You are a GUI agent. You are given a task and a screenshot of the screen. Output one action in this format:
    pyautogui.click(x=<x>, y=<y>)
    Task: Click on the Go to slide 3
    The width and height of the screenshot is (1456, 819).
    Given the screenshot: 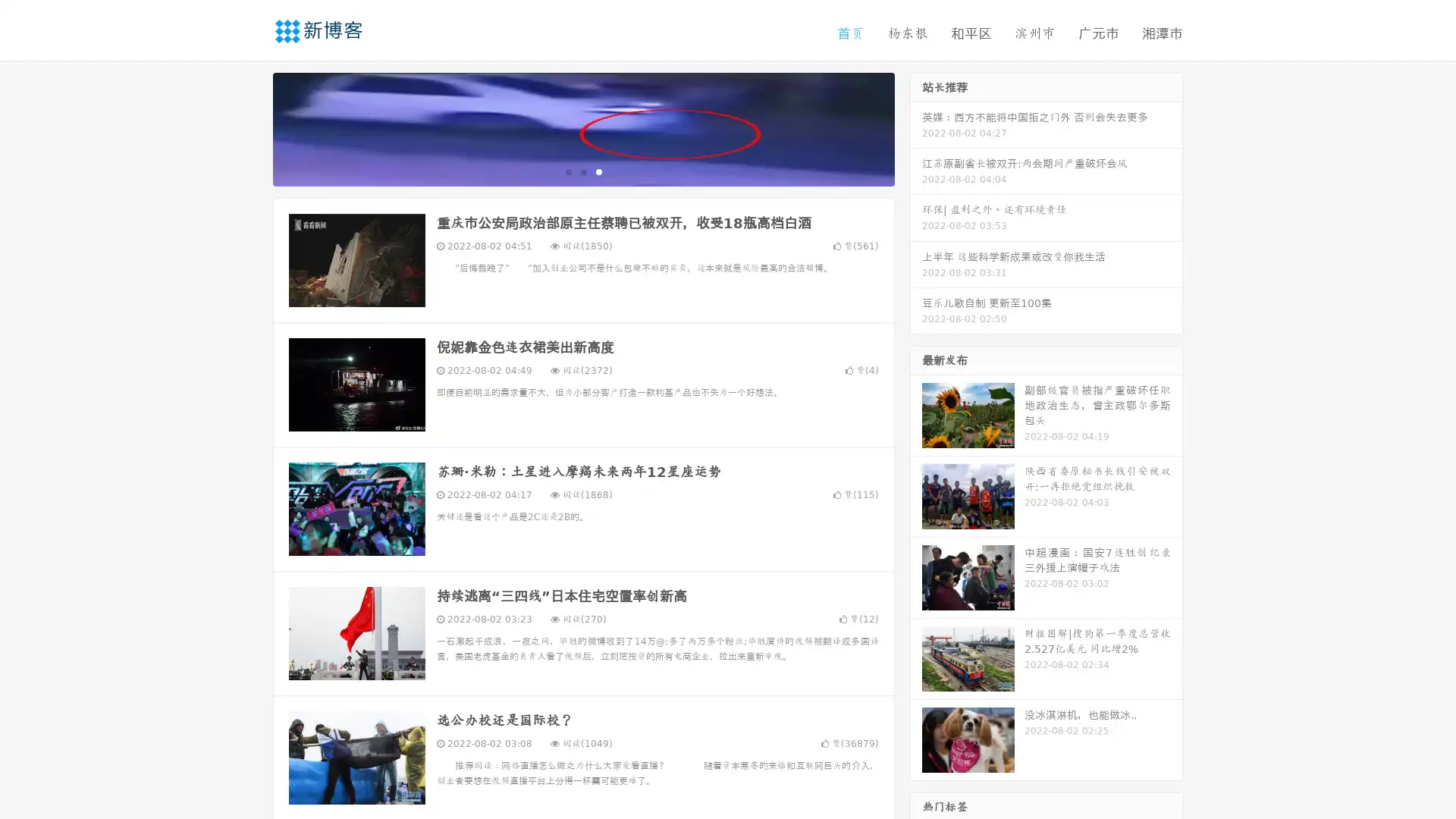 What is the action you would take?
    pyautogui.click(x=598, y=171)
    